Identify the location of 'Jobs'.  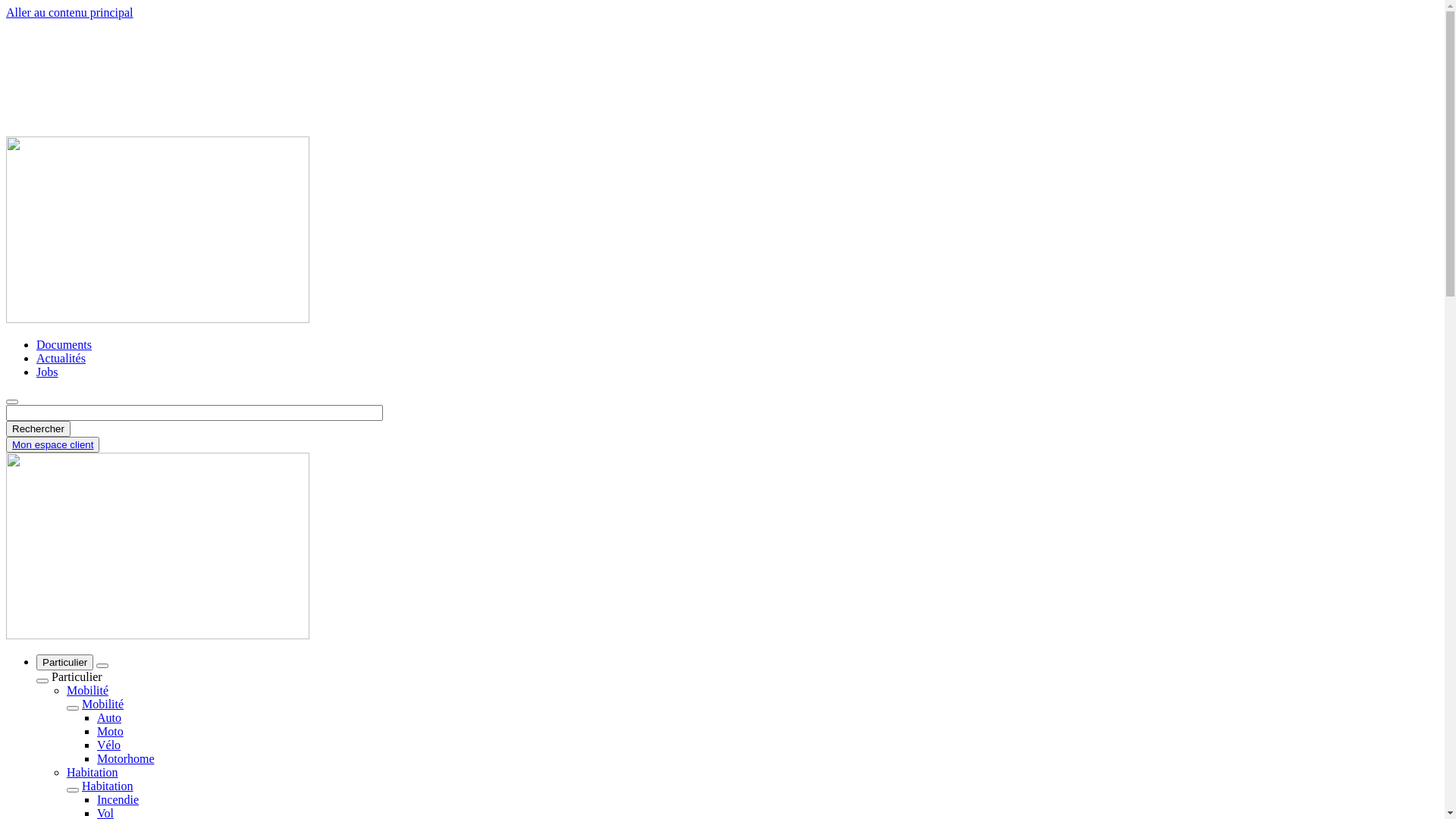
(47, 372).